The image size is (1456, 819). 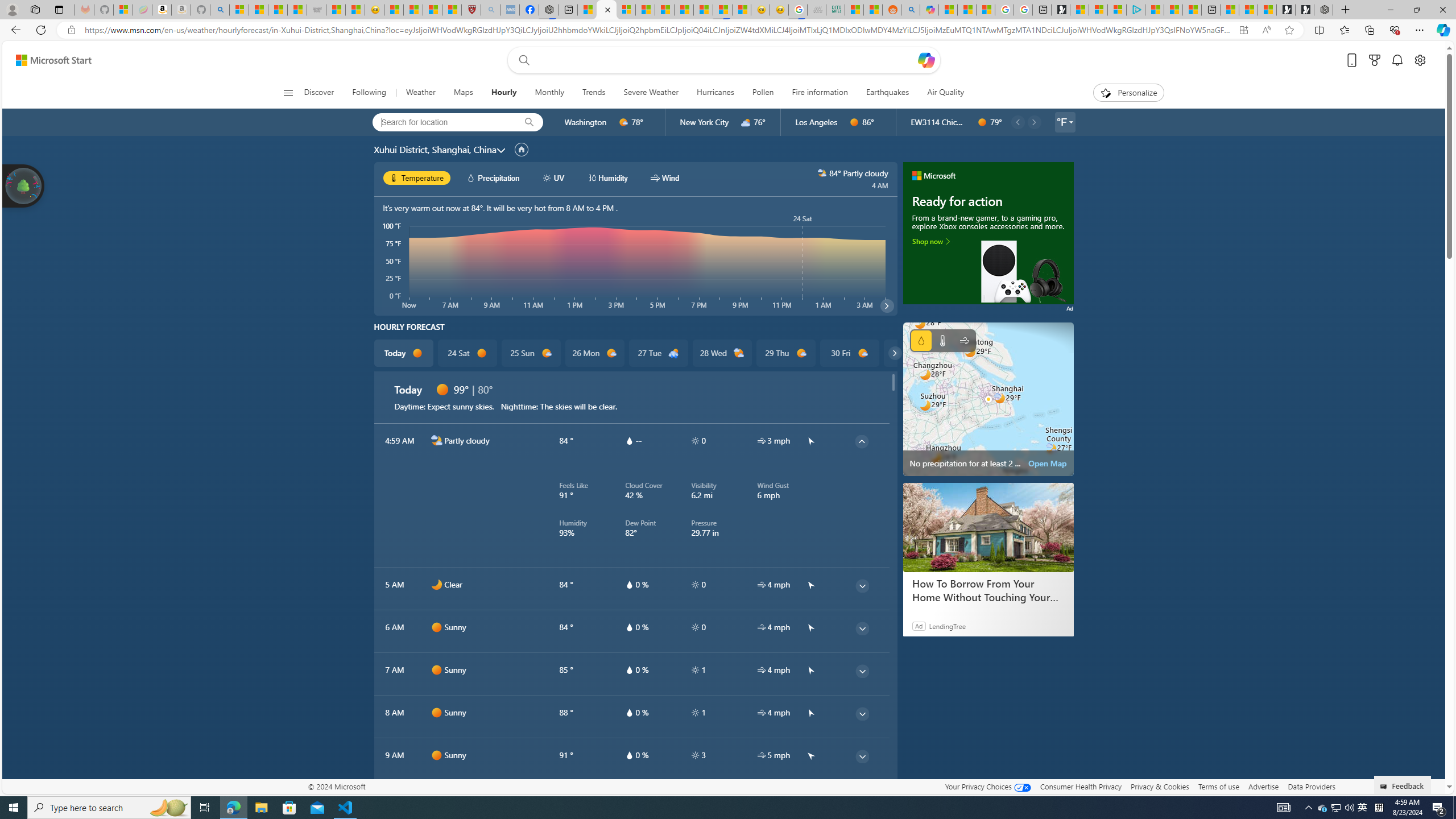 What do you see at coordinates (1243, 30) in the screenshot?
I see `'App available. Install Microsoft Start Weather'` at bounding box center [1243, 30].